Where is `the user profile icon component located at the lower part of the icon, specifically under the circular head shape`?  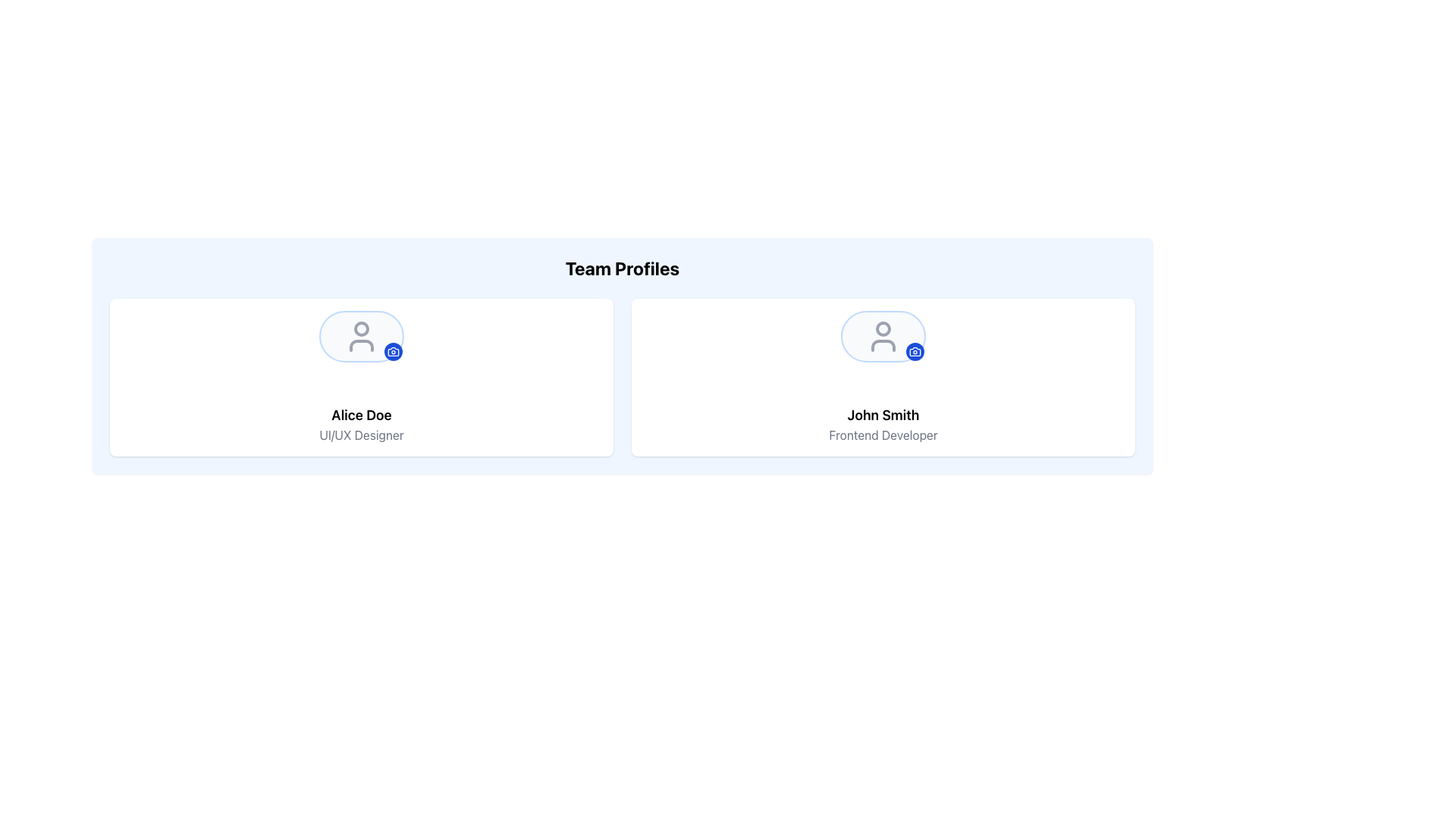
the user profile icon component located at the lower part of the icon, specifically under the circular head shape is located at coordinates (360, 345).